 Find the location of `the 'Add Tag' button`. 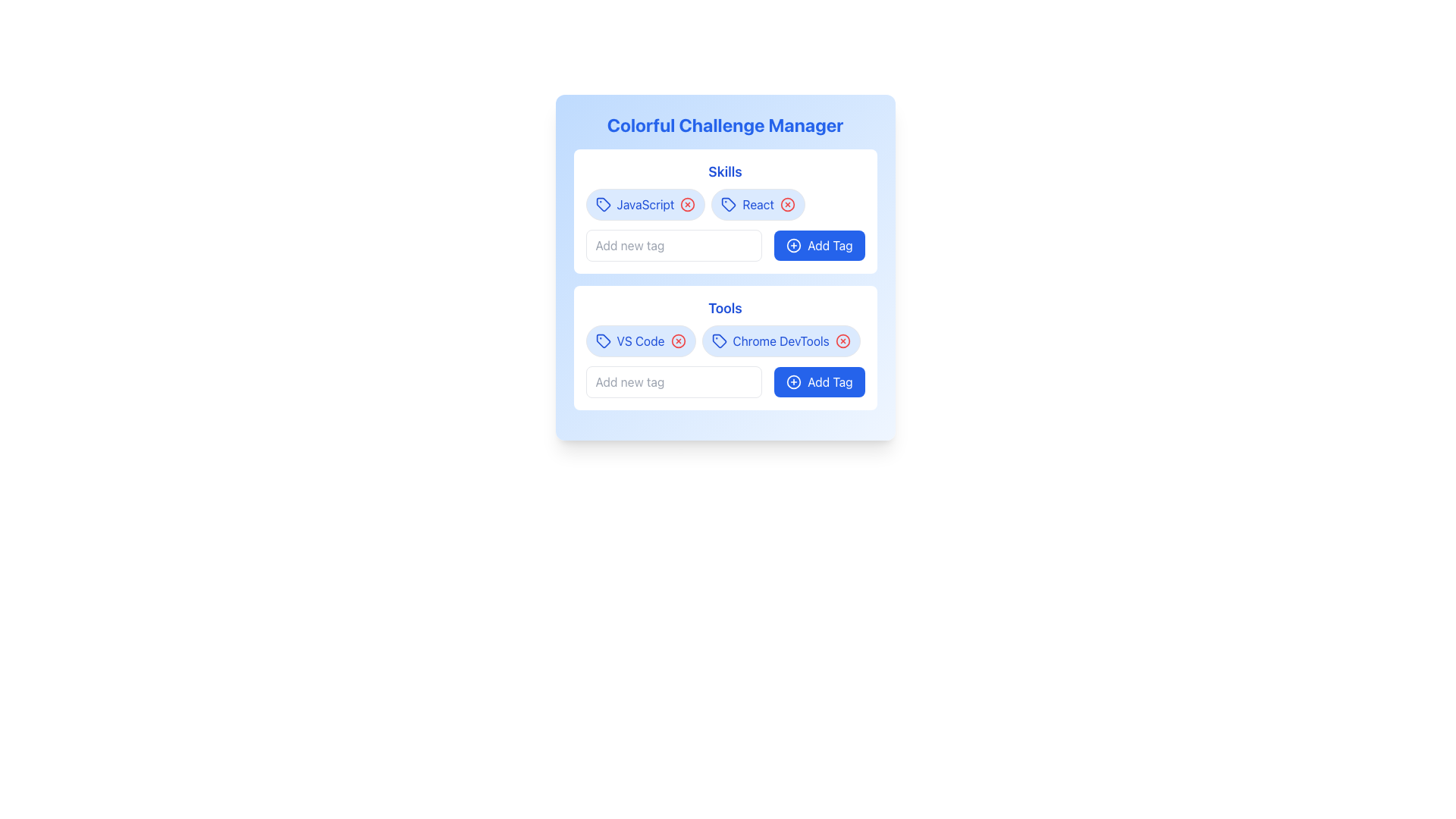

the 'Add Tag' button is located at coordinates (818, 381).